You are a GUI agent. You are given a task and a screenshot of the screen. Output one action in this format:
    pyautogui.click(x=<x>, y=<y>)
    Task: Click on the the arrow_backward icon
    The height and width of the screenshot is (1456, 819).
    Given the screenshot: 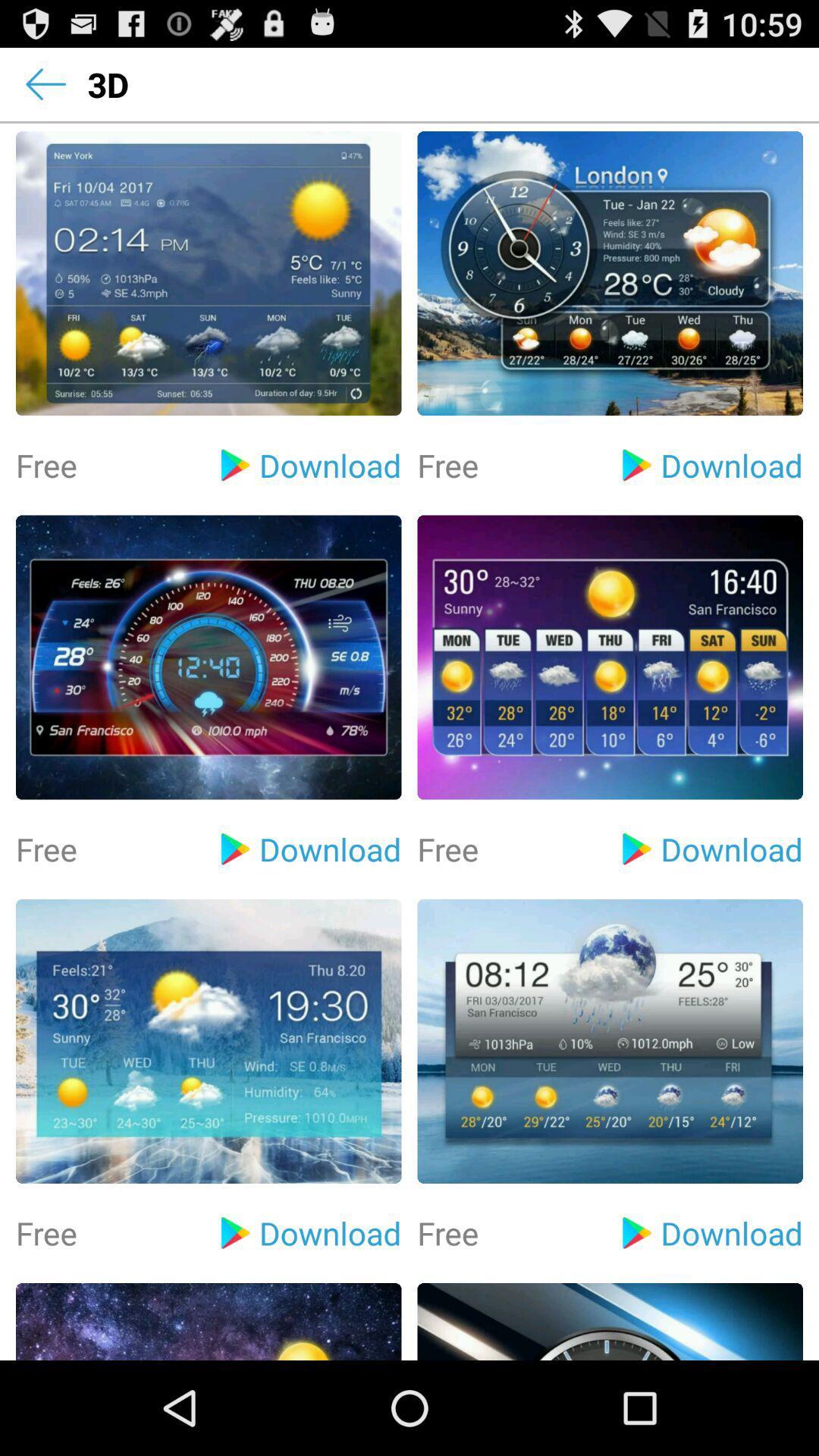 What is the action you would take?
    pyautogui.click(x=45, y=89)
    